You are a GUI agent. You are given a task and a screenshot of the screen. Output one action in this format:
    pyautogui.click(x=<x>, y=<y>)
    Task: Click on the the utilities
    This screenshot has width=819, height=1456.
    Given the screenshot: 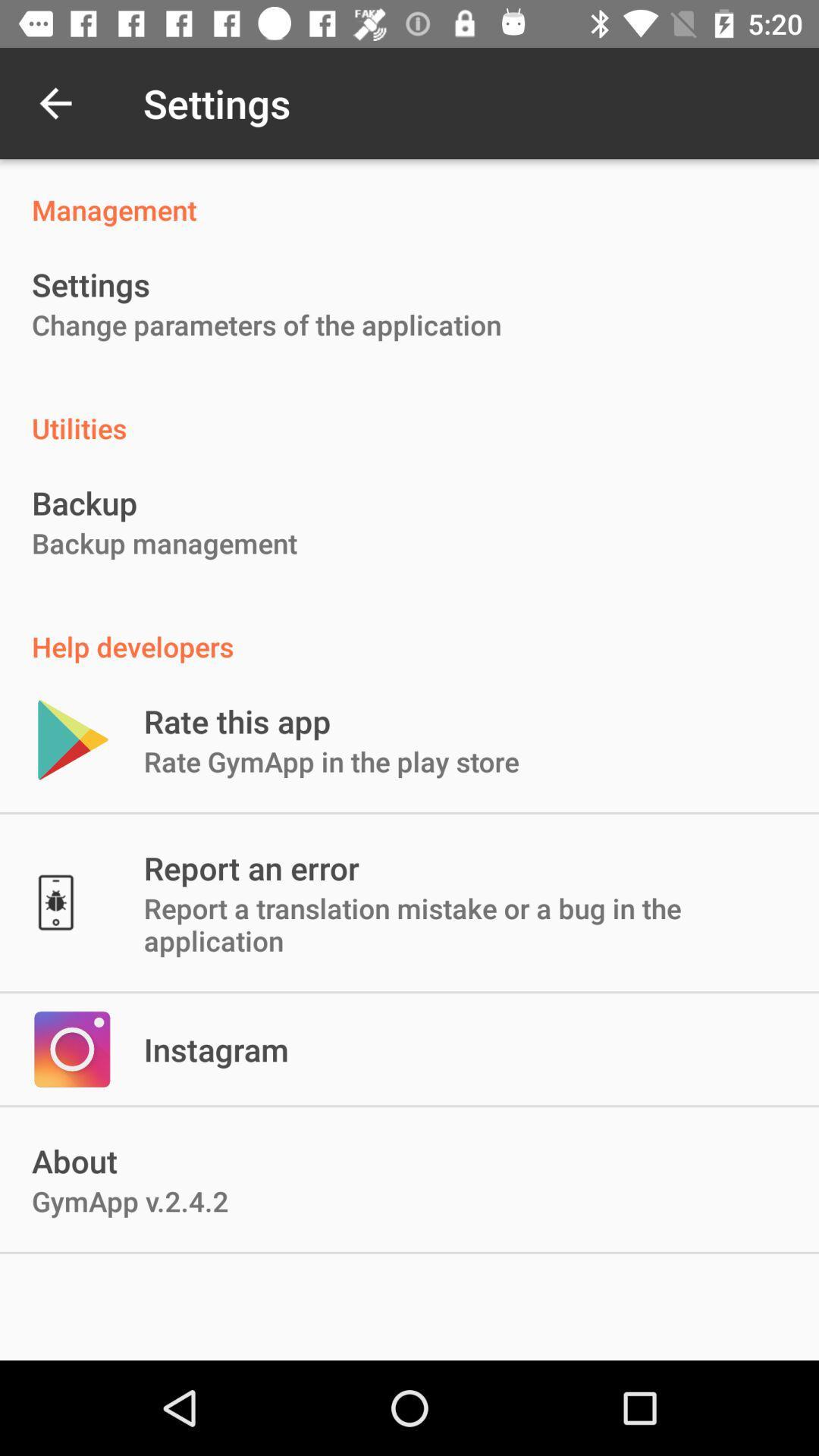 What is the action you would take?
    pyautogui.click(x=409, y=412)
    